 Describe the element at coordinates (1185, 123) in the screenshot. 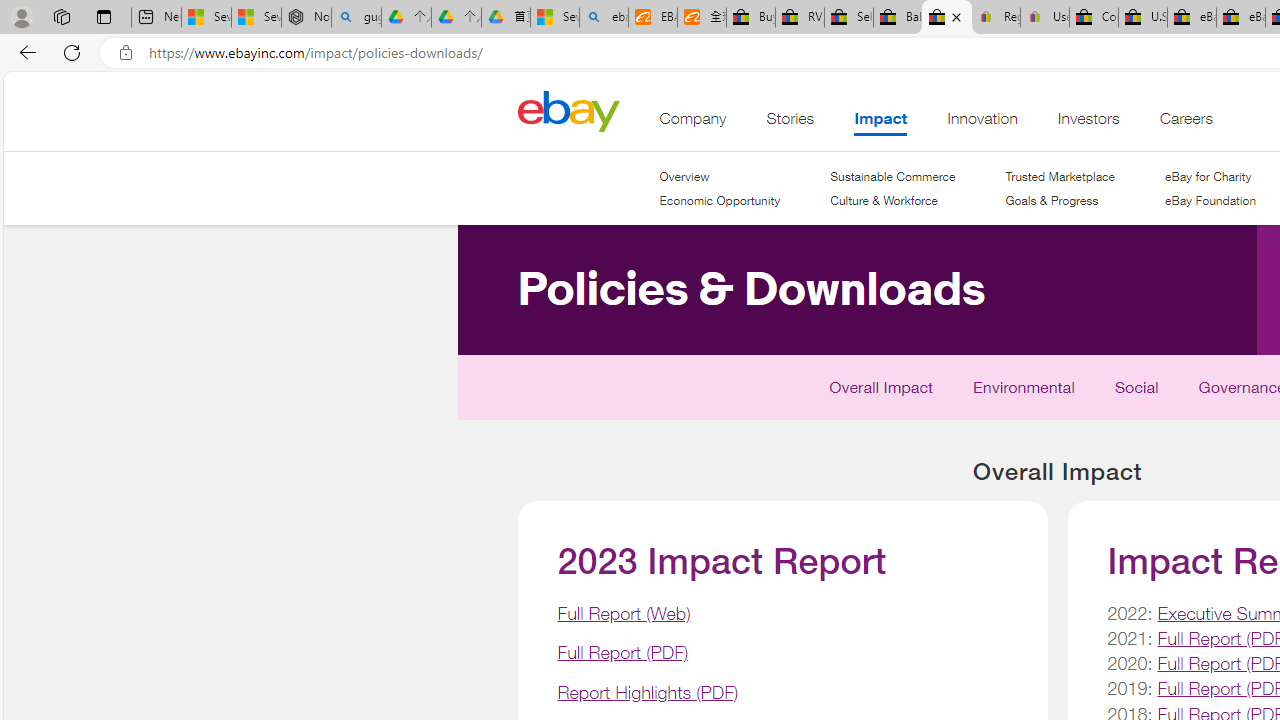

I see `'Careers'` at that location.